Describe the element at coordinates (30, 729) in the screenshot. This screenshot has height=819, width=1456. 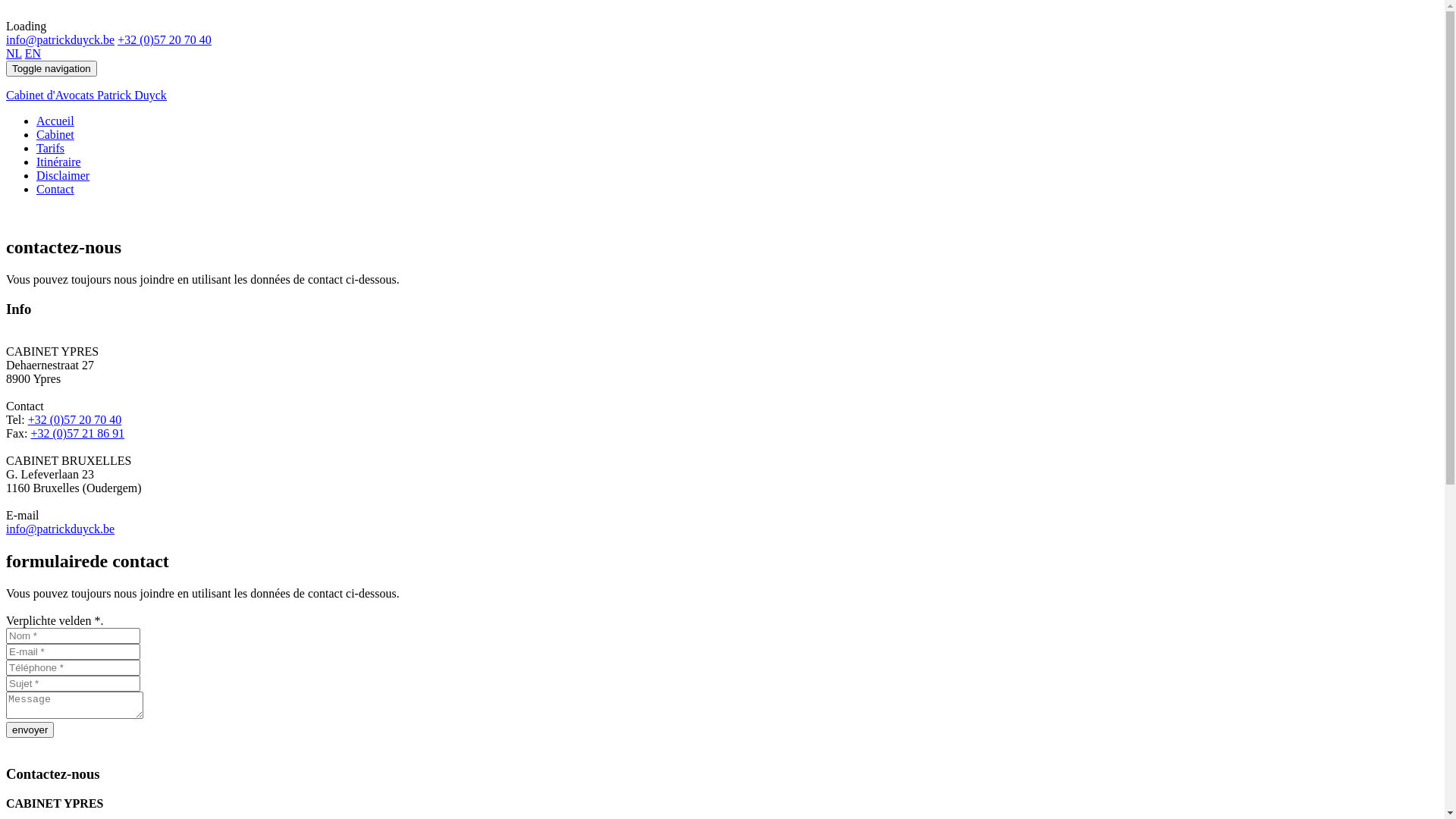
I see `'envoyer'` at that location.